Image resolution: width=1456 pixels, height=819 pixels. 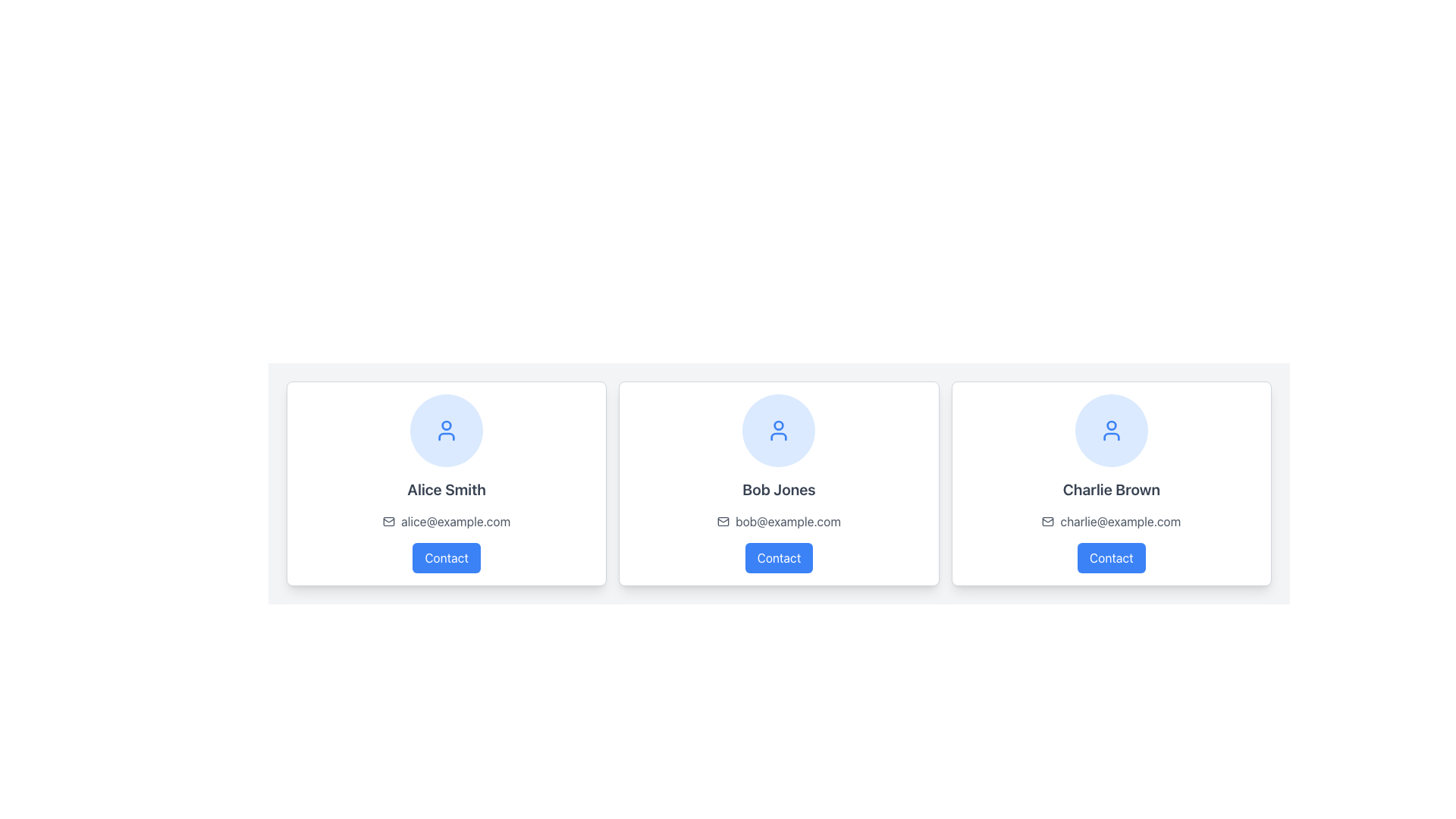 What do you see at coordinates (446, 558) in the screenshot?
I see `the button below the email address 'alice@example.com' in the card panel for keyboard navigation` at bounding box center [446, 558].